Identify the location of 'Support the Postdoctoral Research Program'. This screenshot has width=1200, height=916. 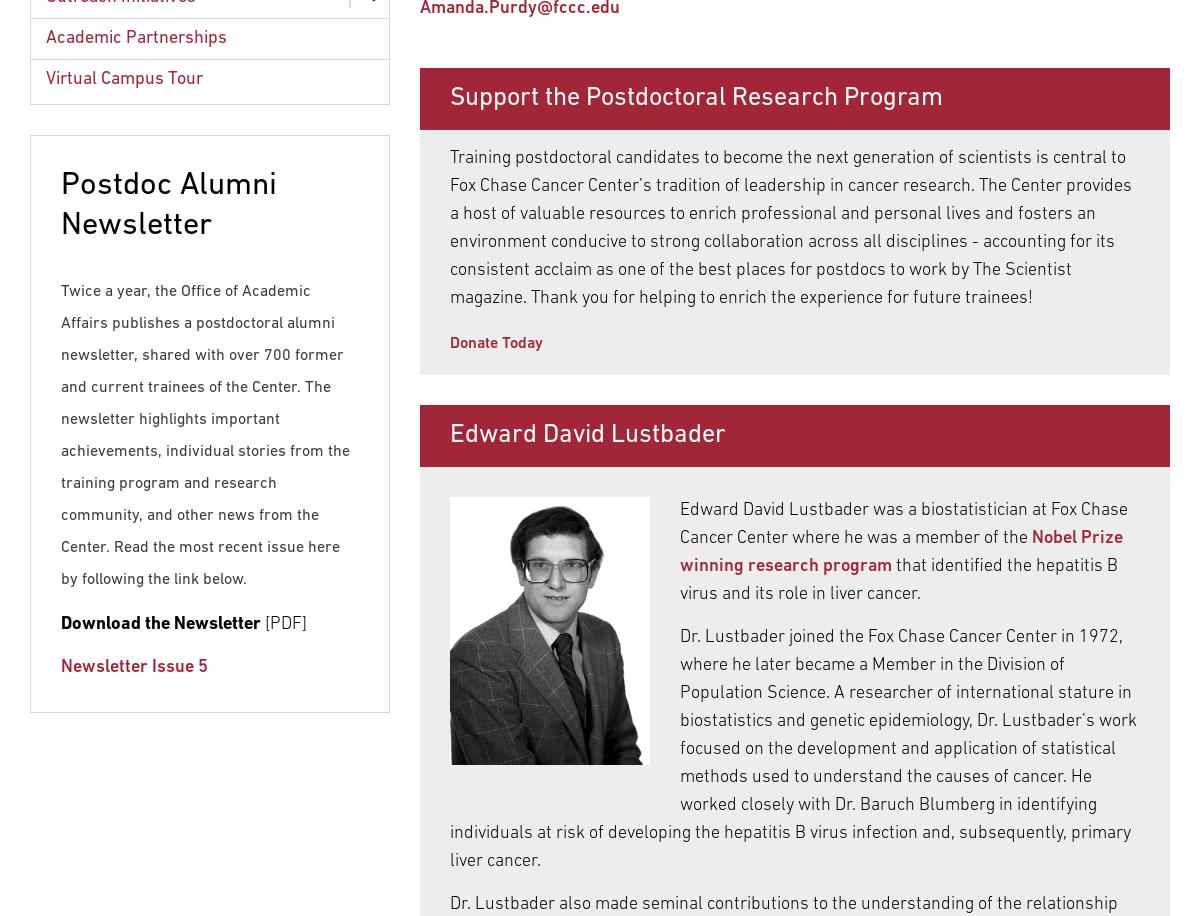
(696, 96).